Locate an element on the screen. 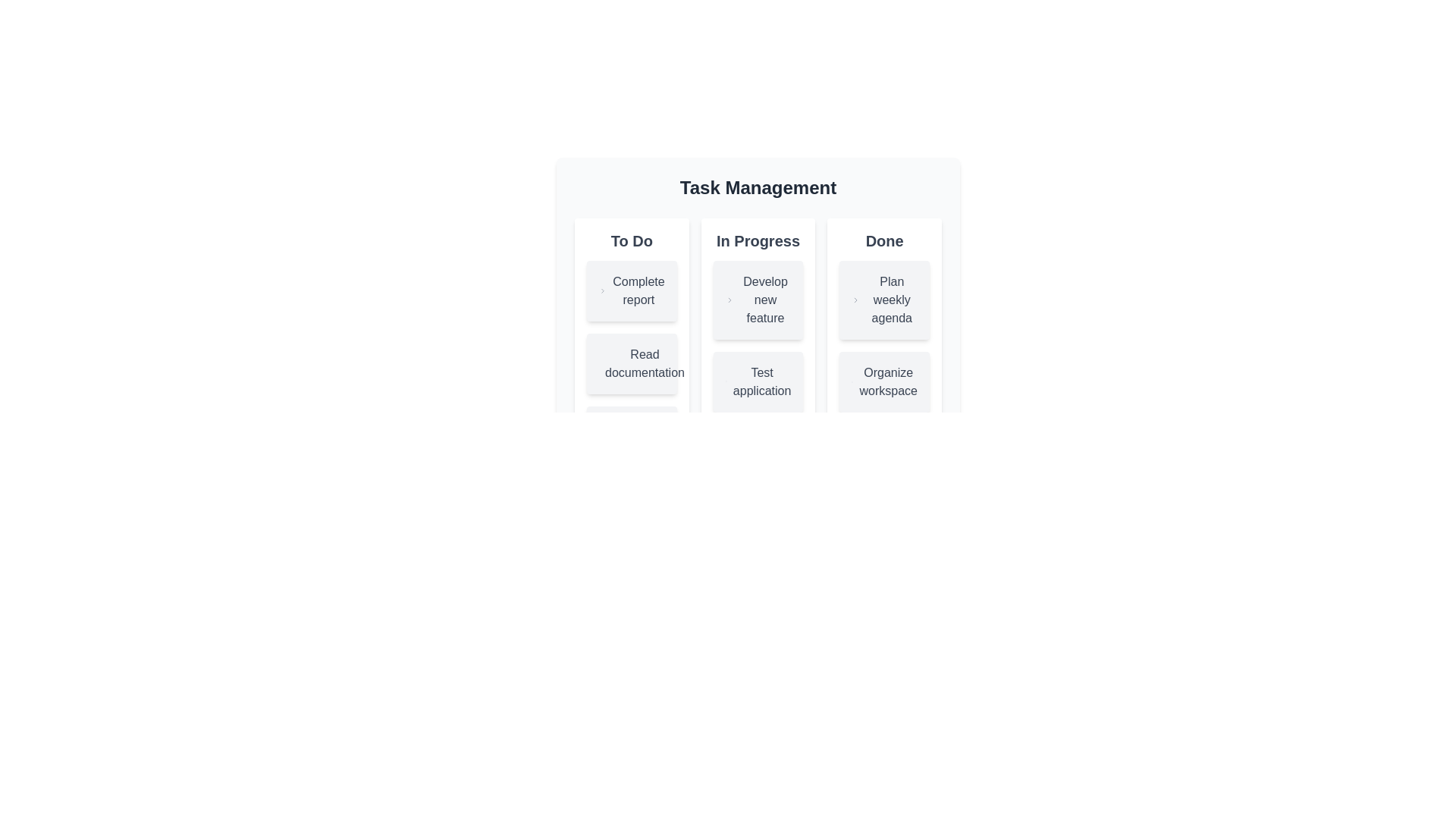  the task item labeled 'Read documentation' is located at coordinates (632, 363).